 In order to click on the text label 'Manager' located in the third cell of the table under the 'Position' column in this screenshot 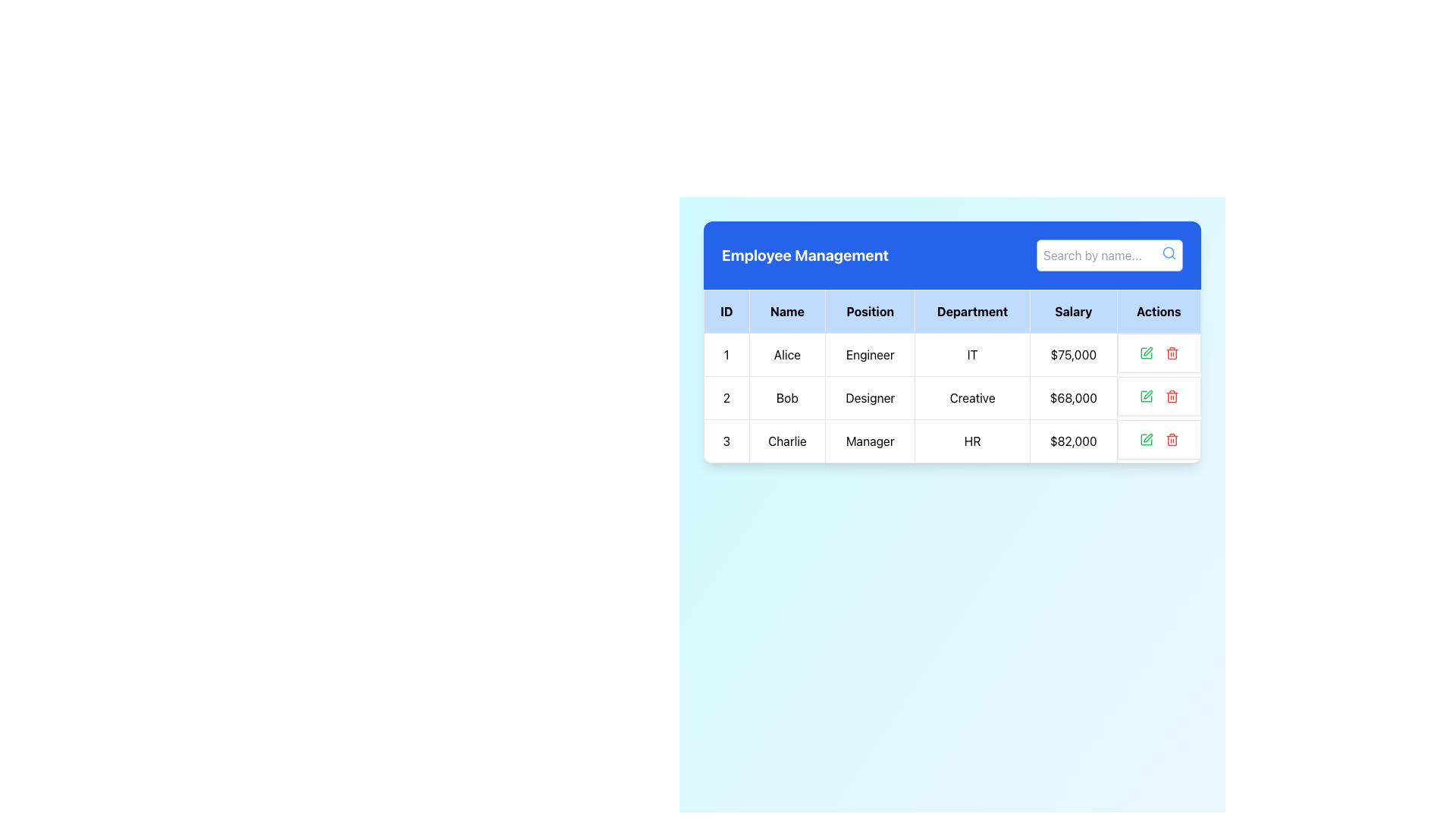, I will do `click(870, 441)`.